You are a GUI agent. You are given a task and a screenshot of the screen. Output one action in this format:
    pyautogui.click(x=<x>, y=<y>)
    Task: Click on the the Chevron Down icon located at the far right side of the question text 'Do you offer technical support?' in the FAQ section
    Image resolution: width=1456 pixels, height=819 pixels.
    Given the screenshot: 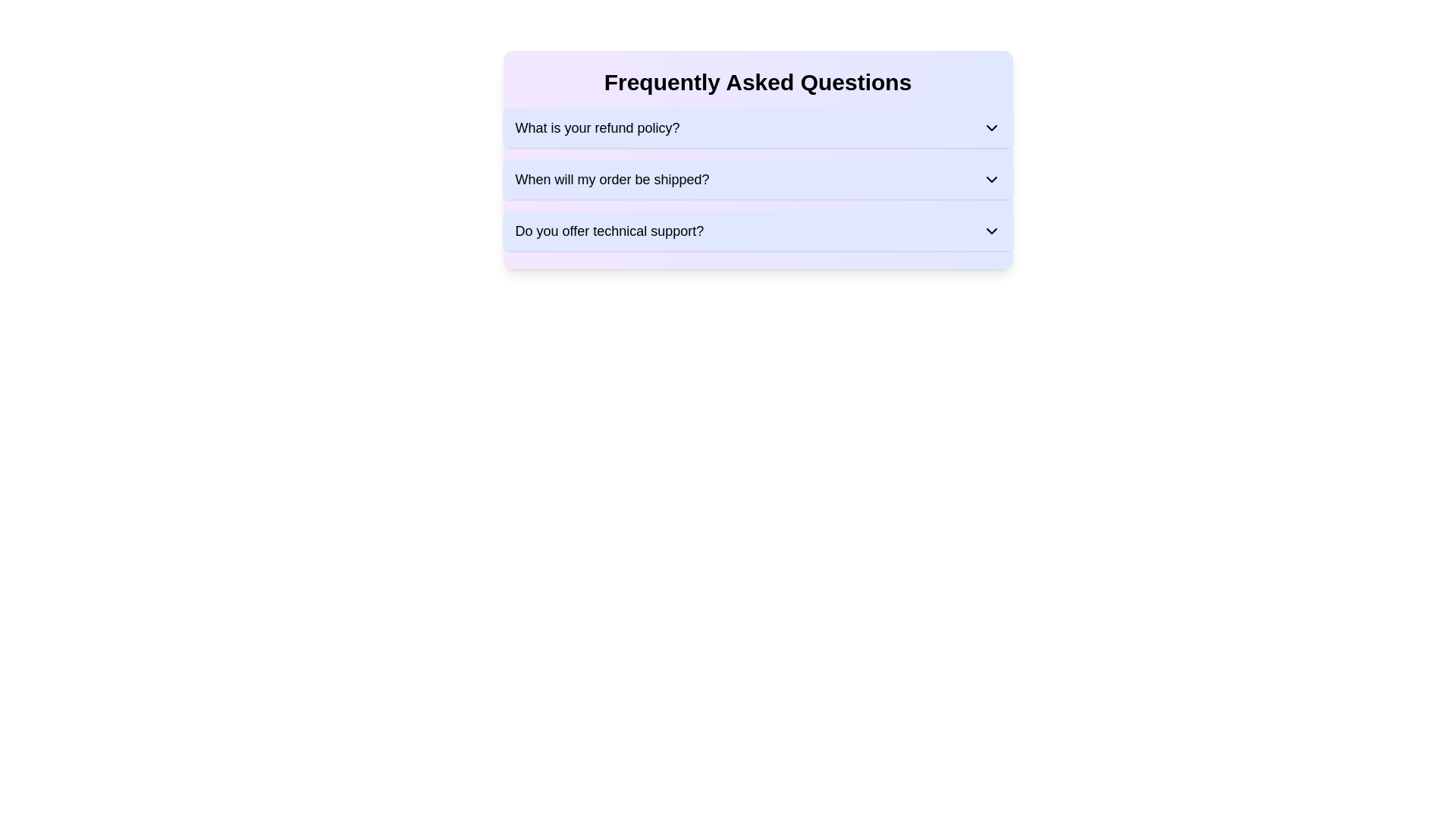 What is the action you would take?
    pyautogui.click(x=991, y=231)
    